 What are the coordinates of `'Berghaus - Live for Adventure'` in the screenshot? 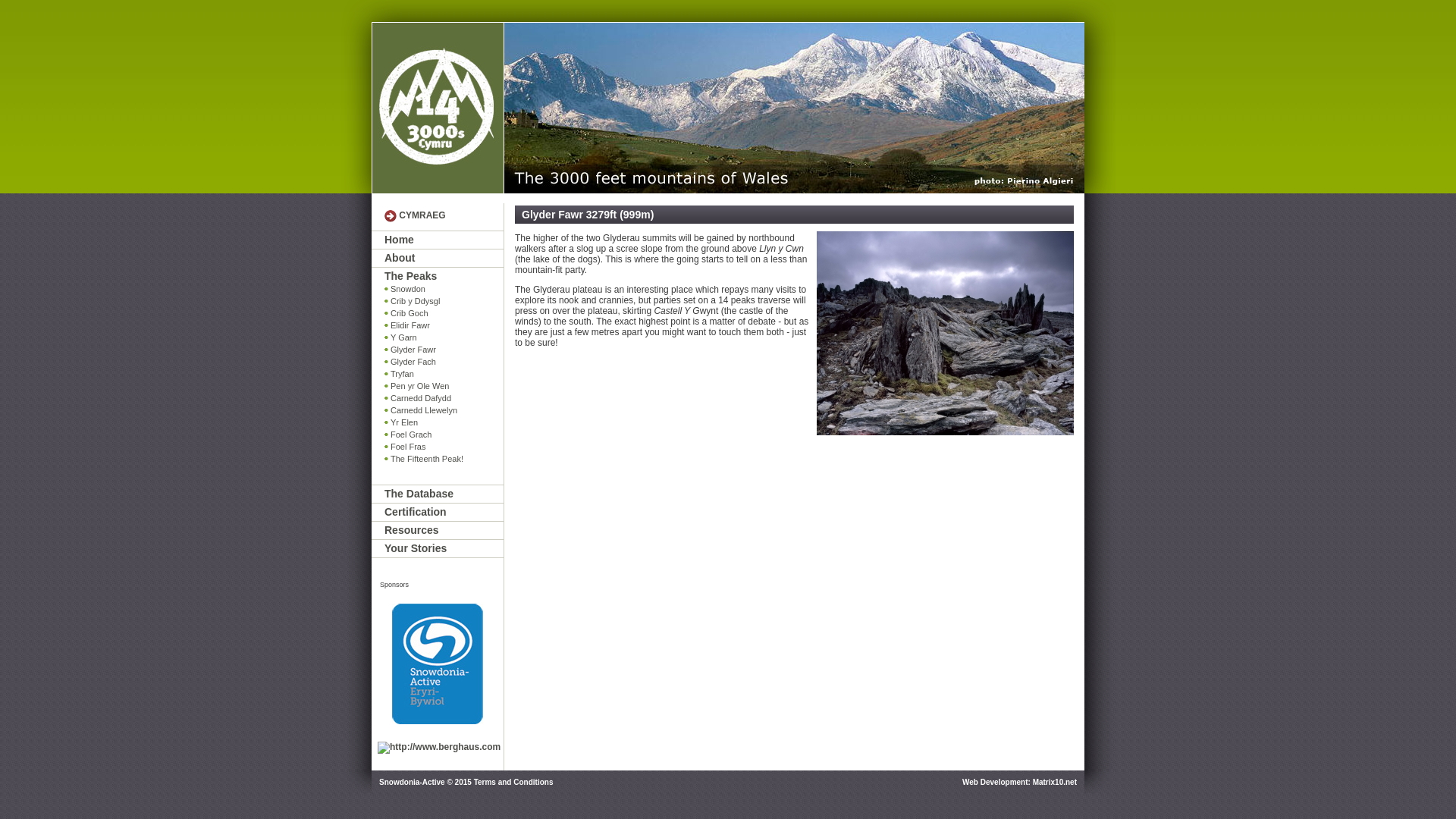 It's located at (438, 747).